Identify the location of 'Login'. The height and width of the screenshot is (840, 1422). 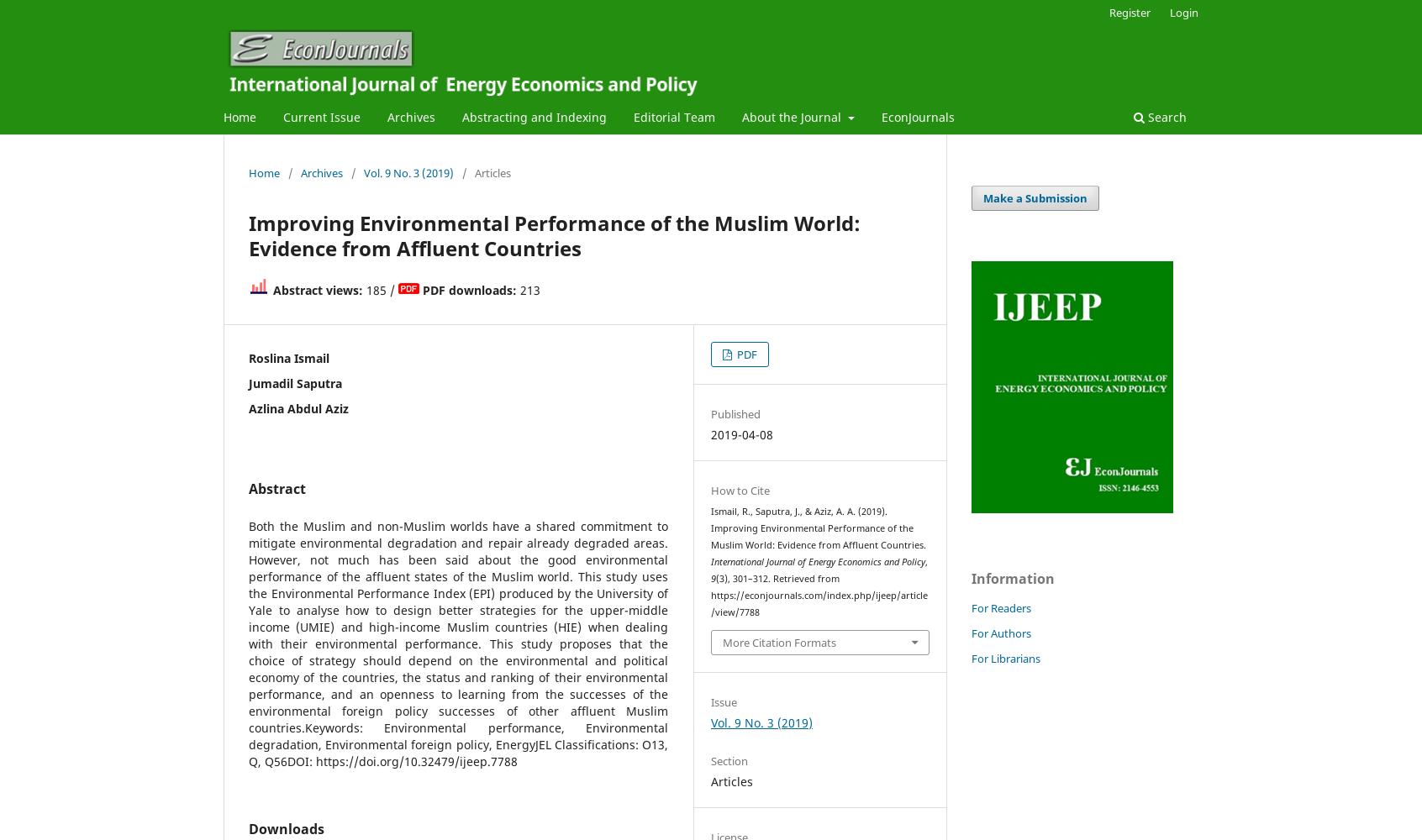
(1183, 12).